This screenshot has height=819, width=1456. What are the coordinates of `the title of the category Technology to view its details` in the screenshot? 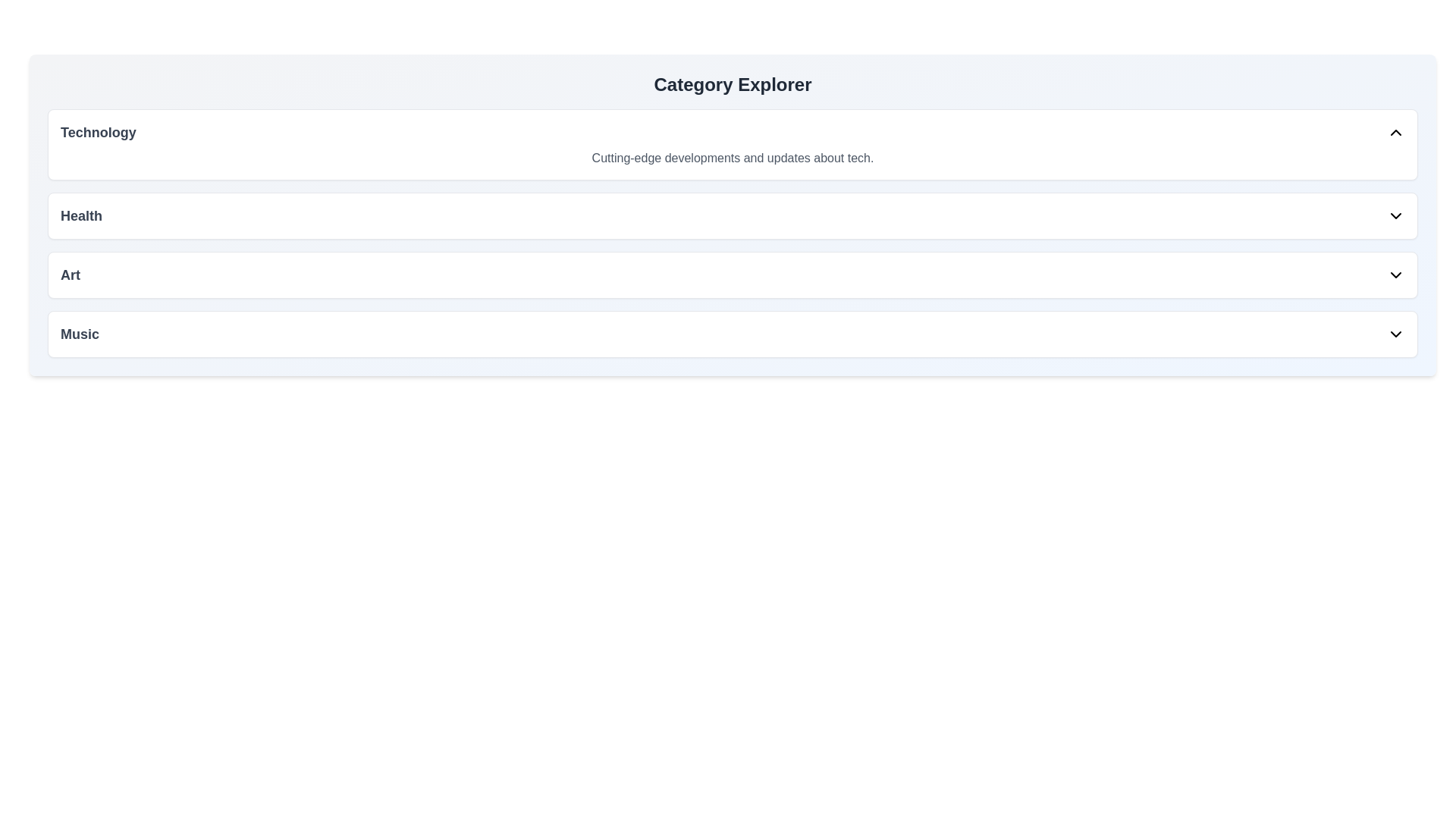 It's located at (97, 131).